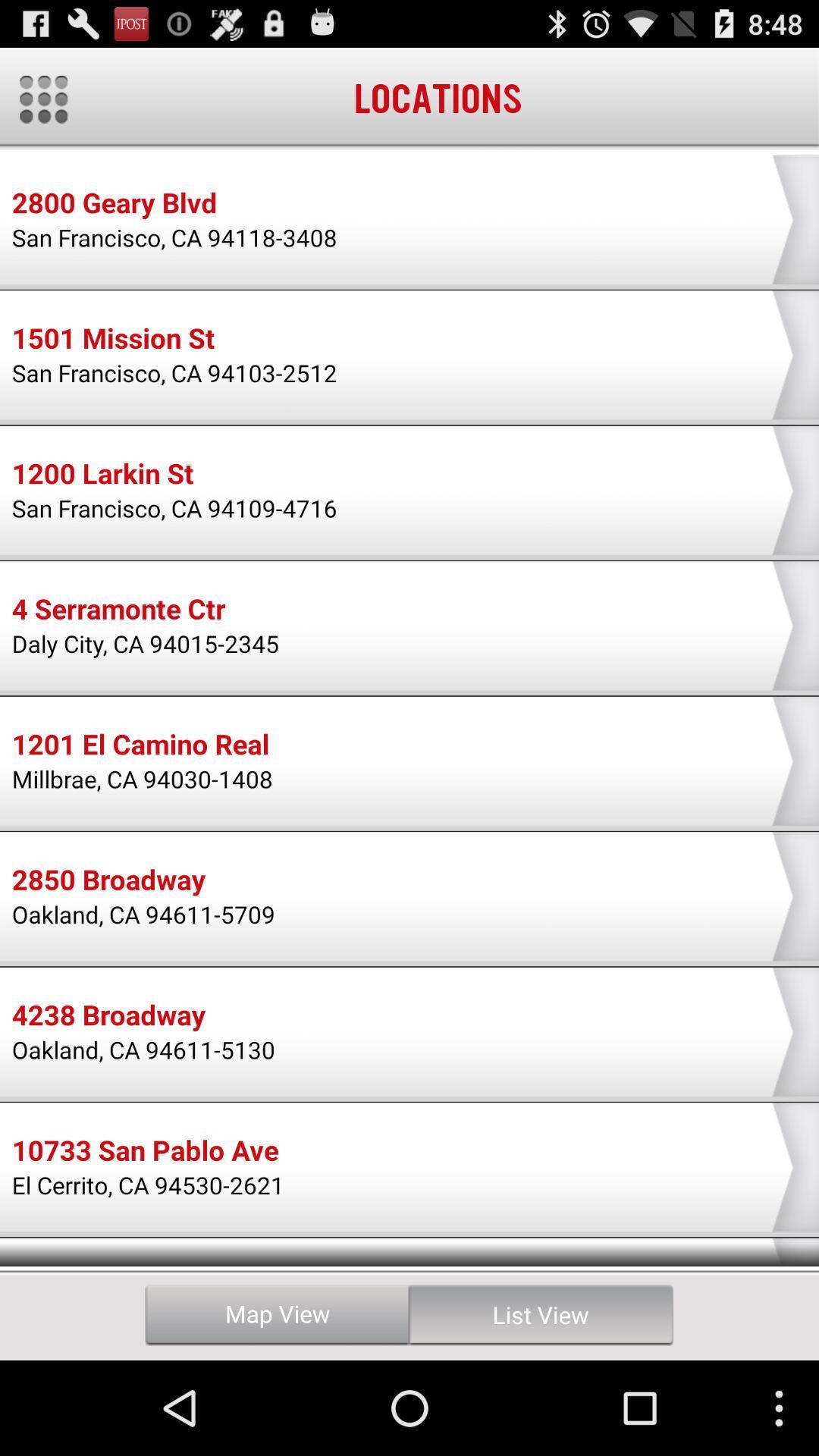 Image resolution: width=819 pixels, height=1456 pixels. What do you see at coordinates (146, 643) in the screenshot?
I see `app below the 4 serramonte ctr icon` at bounding box center [146, 643].